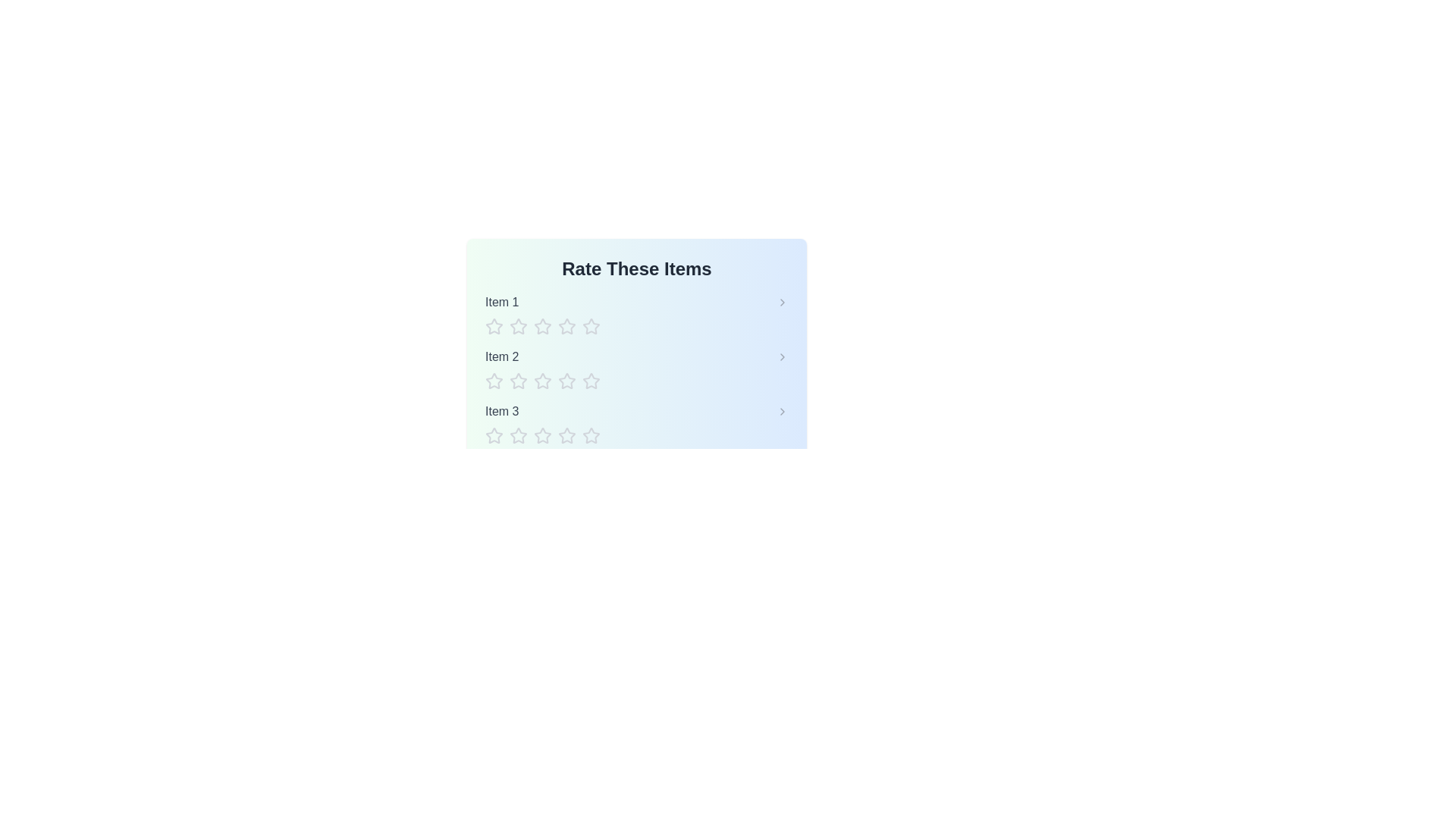  What do you see at coordinates (494, 326) in the screenshot?
I see `the star corresponding to the rating 1 for item Item 1` at bounding box center [494, 326].